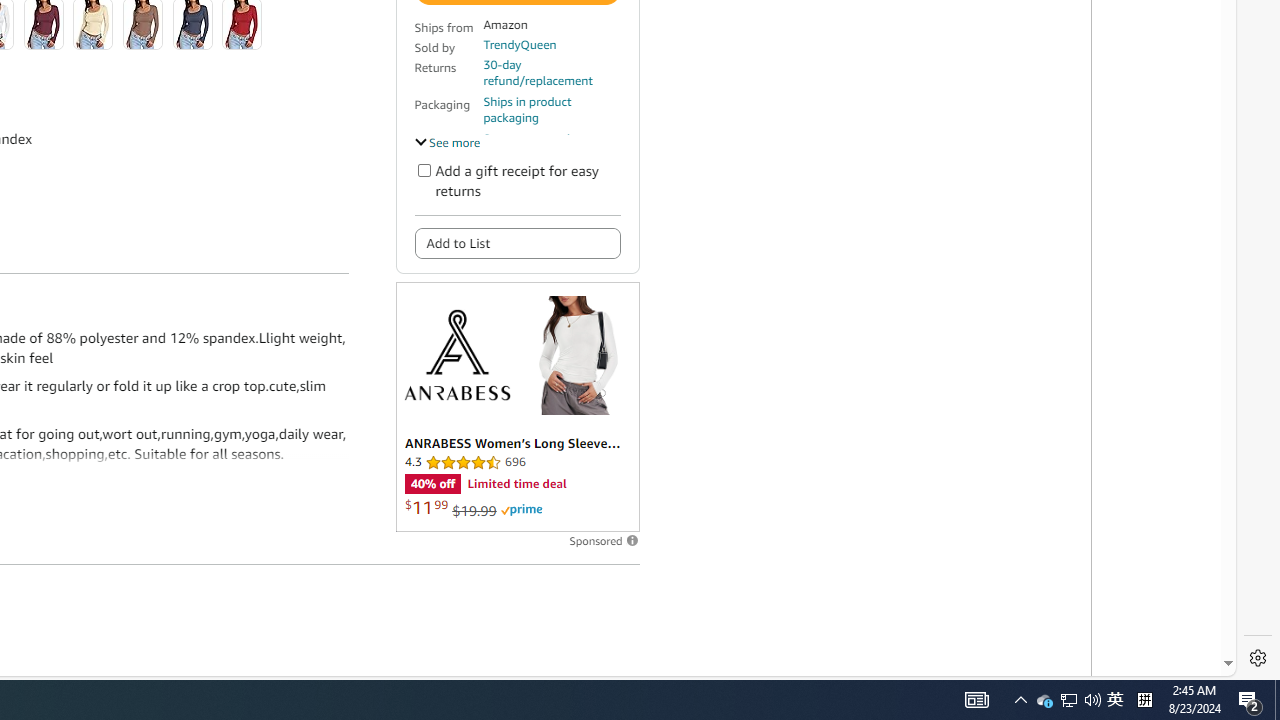  Describe the element at coordinates (521, 509) in the screenshot. I see `'Prime'` at that location.